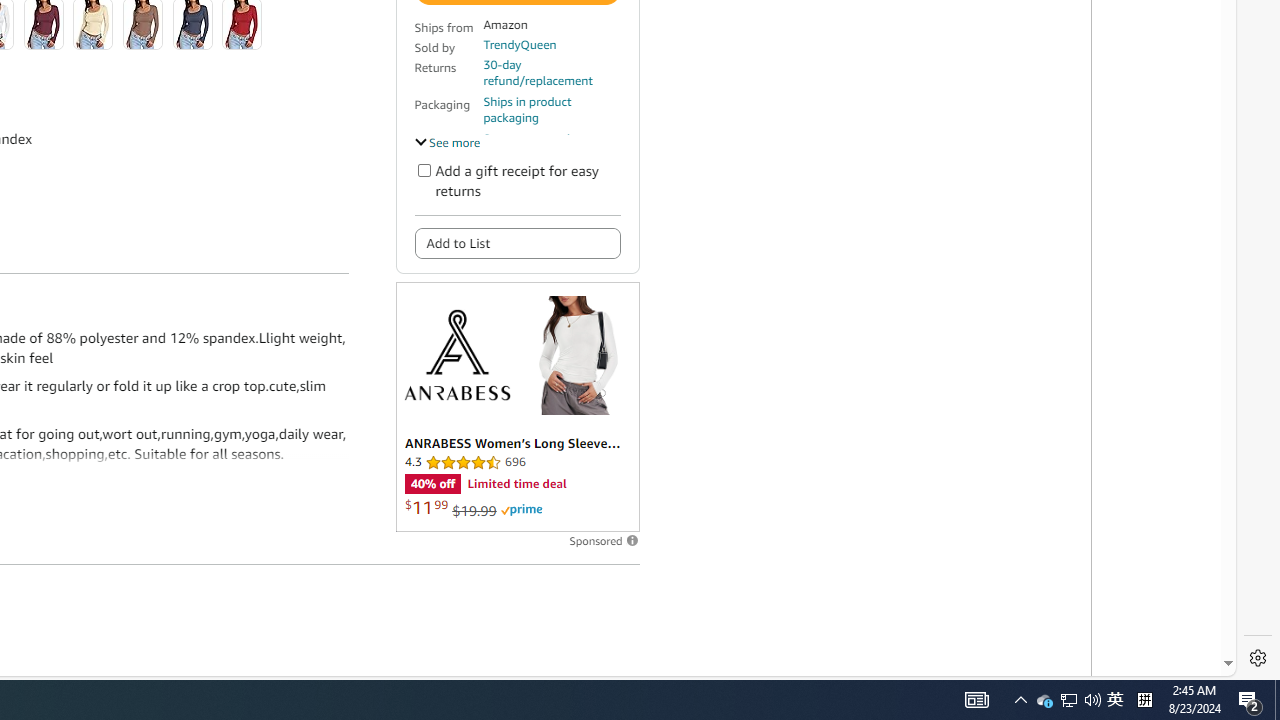  Describe the element at coordinates (521, 509) in the screenshot. I see `'Prime'` at that location.